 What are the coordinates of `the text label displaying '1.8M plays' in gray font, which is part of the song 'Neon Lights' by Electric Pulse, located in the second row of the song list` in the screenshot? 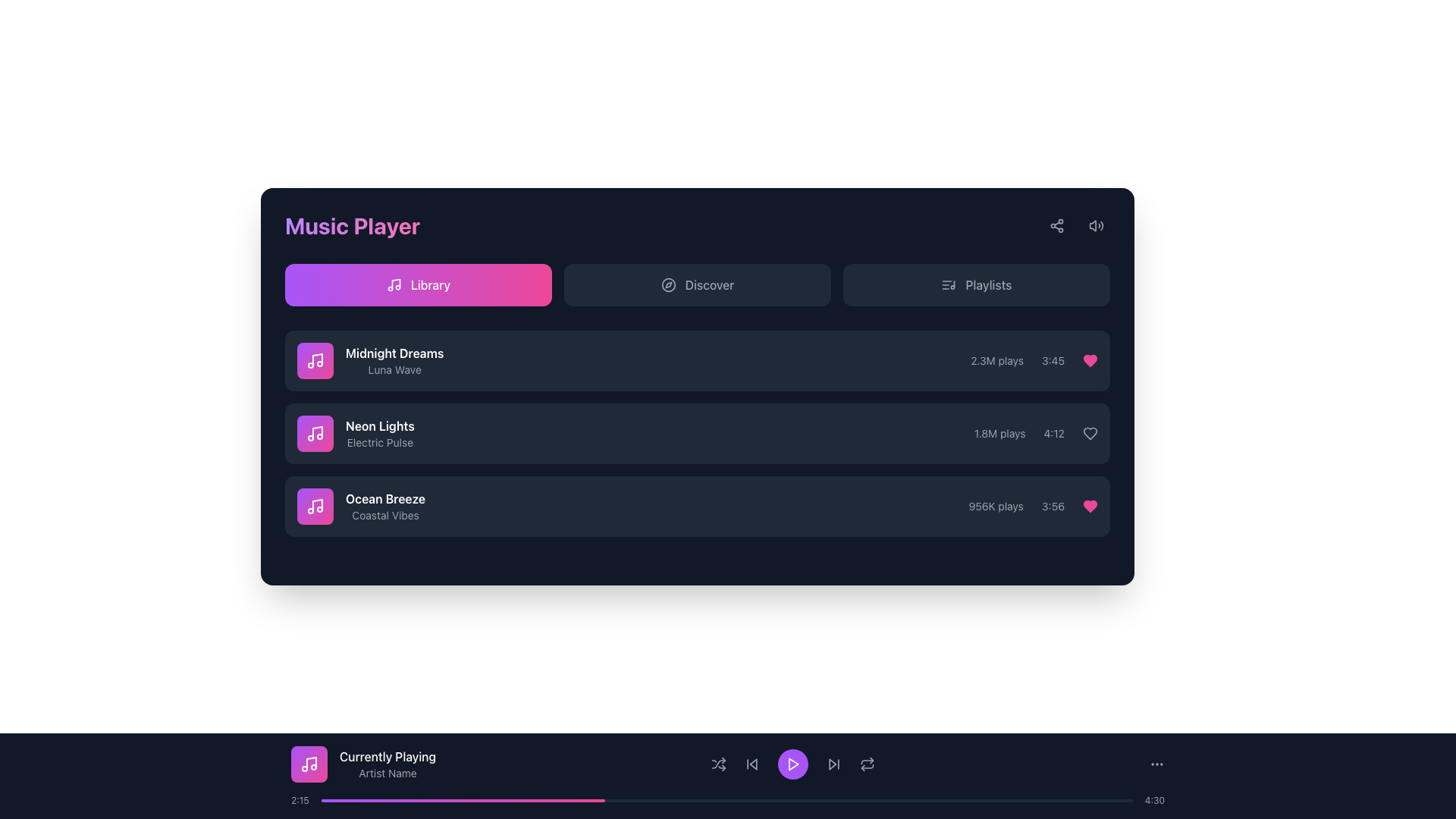 It's located at (999, 433).